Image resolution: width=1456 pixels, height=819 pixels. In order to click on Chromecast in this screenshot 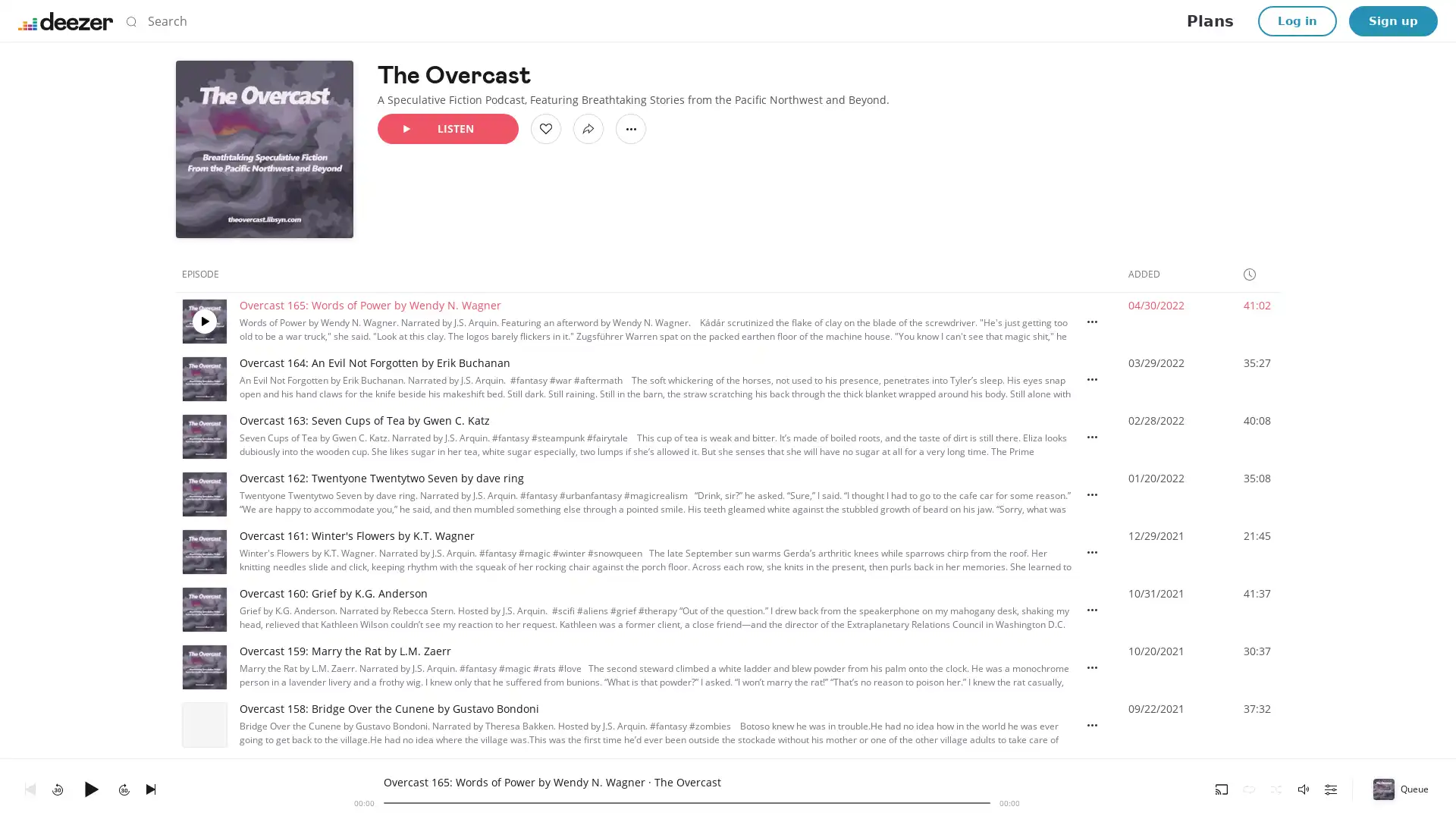, I will do `click(1222, 788)`.